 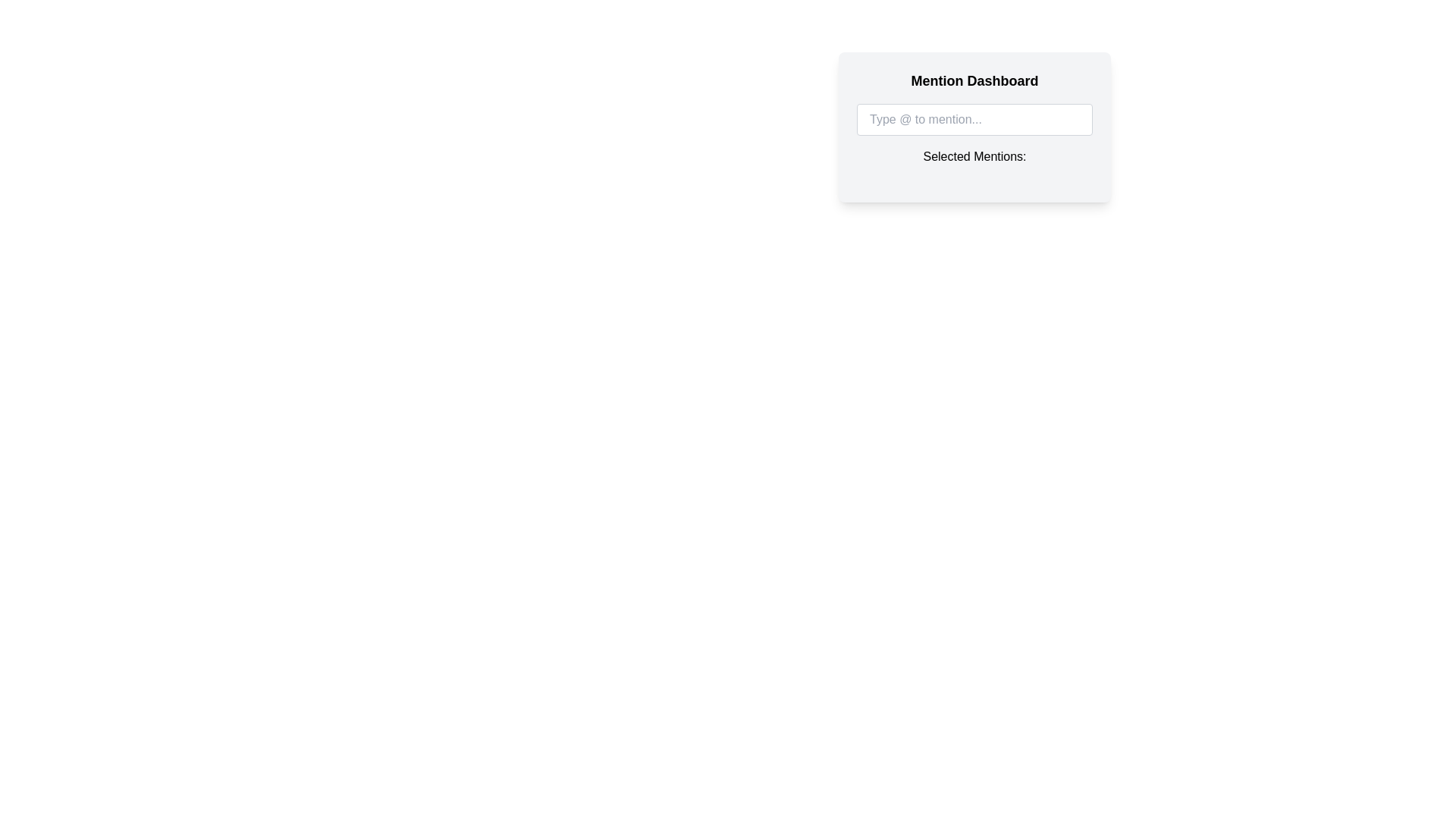 I want to click on the static text label displaying 'Mention Dashboard', which is styled with a bold font and located at the top of a light gray panel, so click(x=974, y=81).